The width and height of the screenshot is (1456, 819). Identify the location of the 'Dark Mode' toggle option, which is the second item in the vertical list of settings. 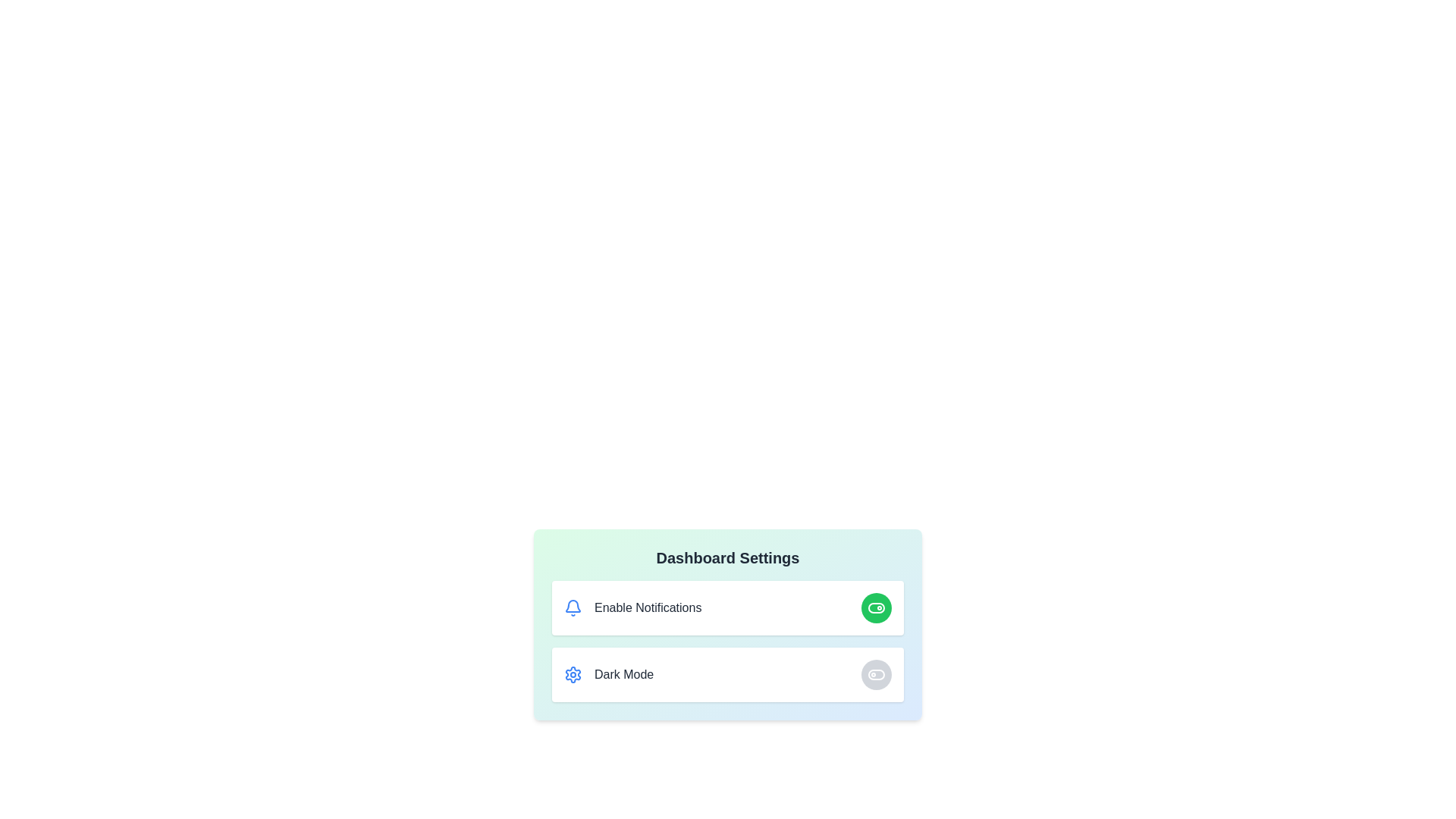
(728, 674).